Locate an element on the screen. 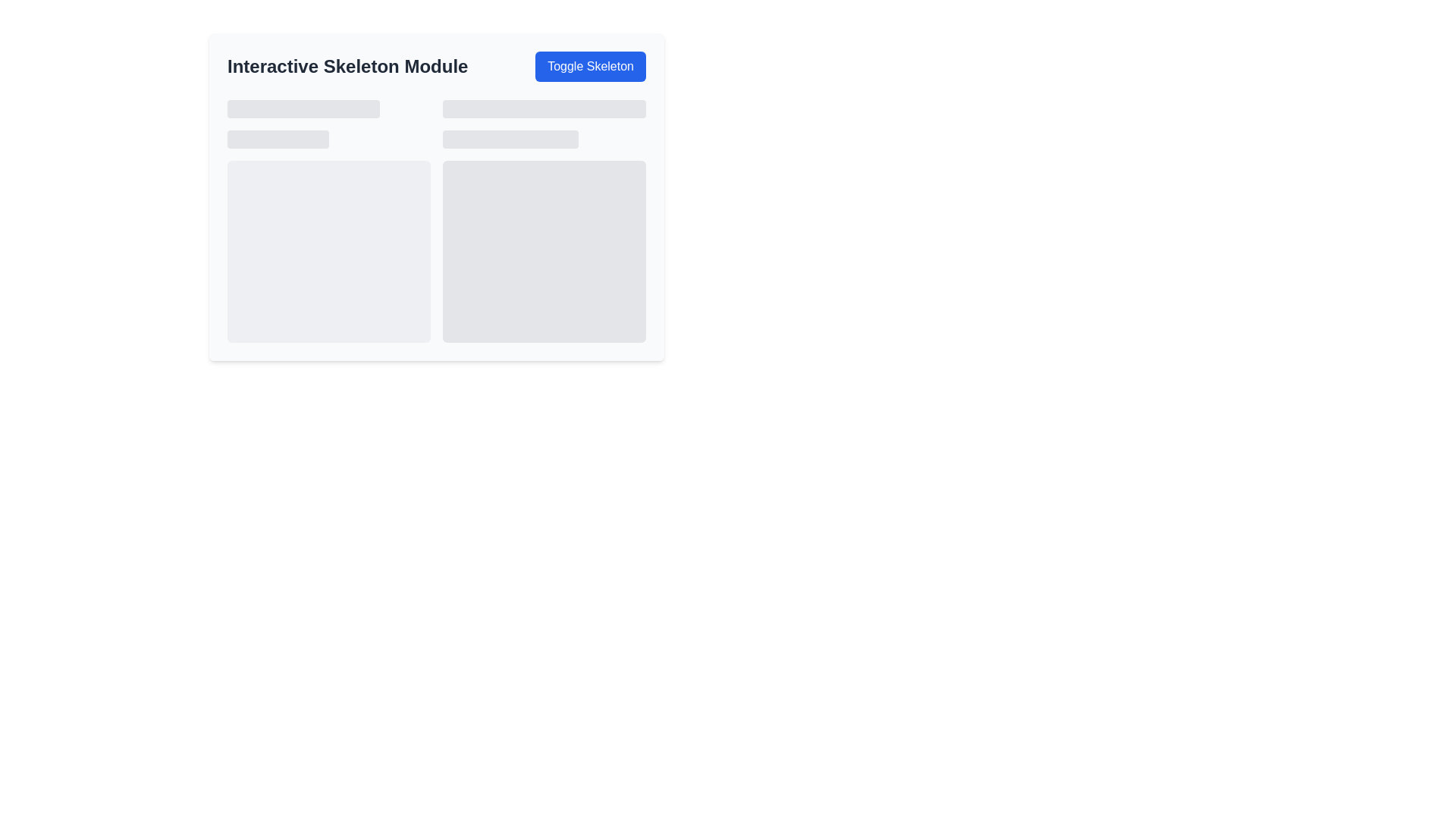 This screenshot has width=1456, height=819. the skeleton loader element, which consists of three vertically aligned gray placeholders simulating a loading state is located at coordinates (544, 221).